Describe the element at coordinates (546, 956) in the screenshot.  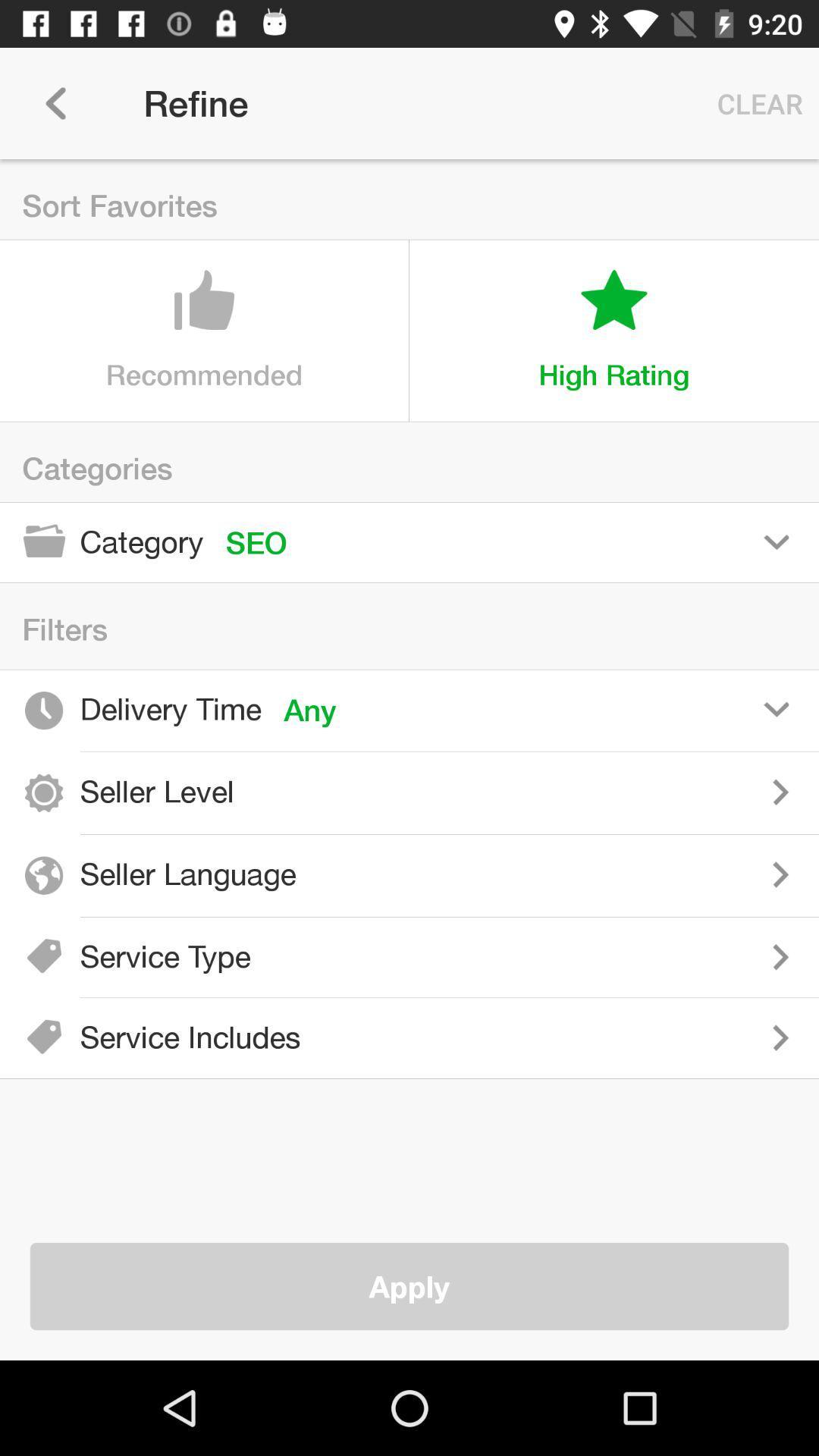
I see `service type filter options` at that location.